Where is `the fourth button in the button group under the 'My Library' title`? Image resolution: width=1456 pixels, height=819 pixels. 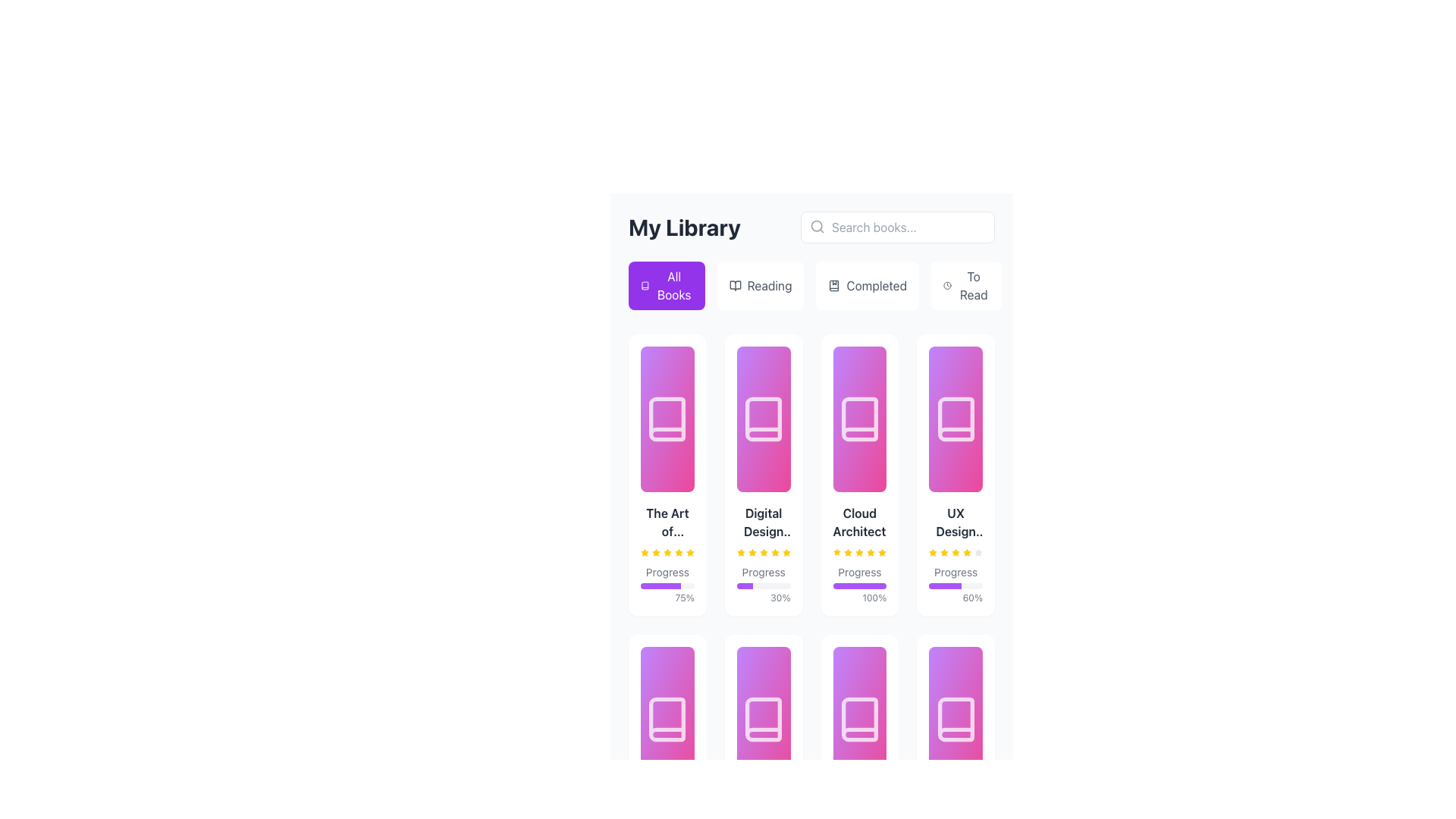 the fourth button in the button group under the 'My Library' title is located at coordinates (965, 286).